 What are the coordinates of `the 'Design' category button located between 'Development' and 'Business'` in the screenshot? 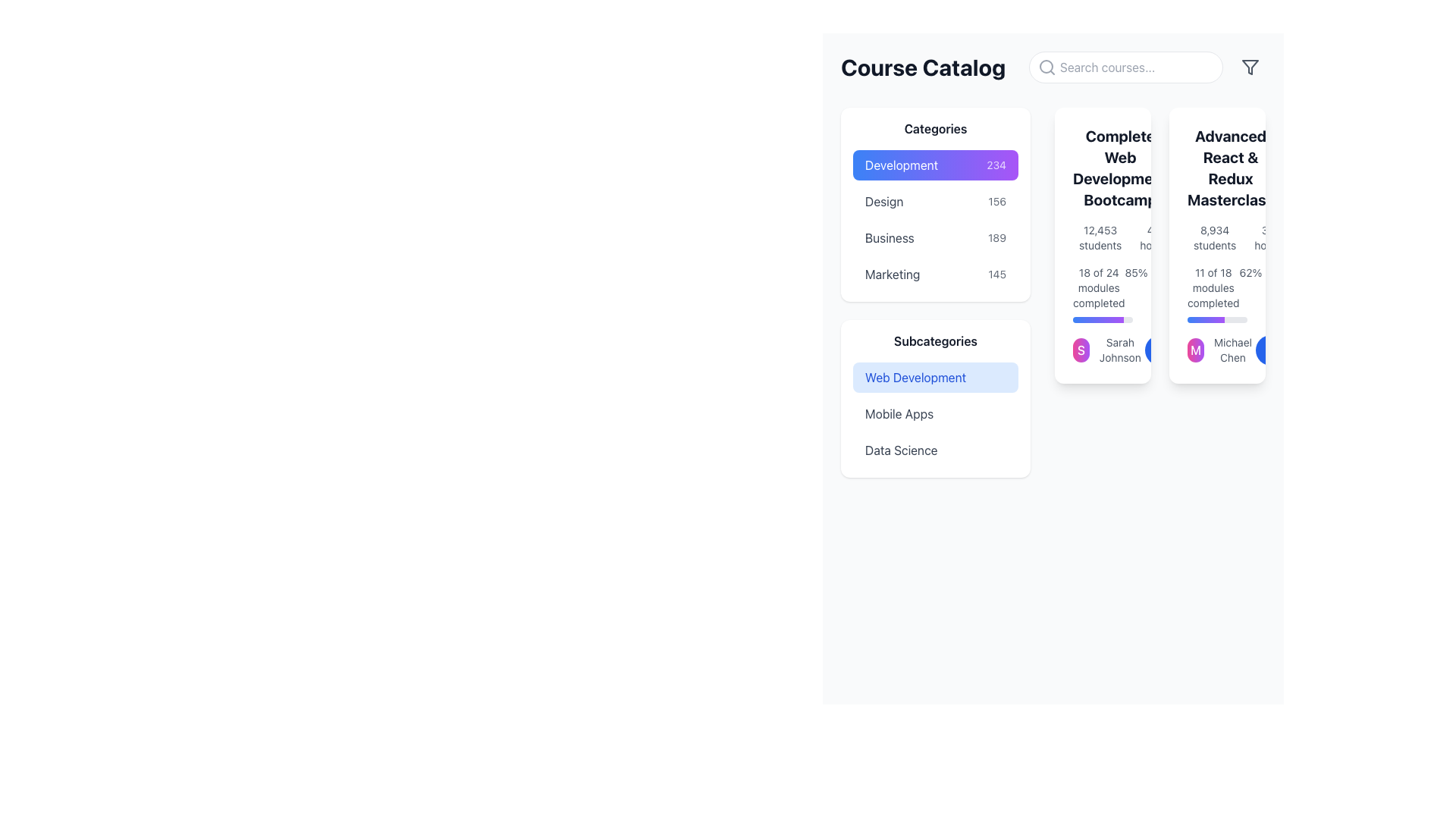 It's located at (934, 201).